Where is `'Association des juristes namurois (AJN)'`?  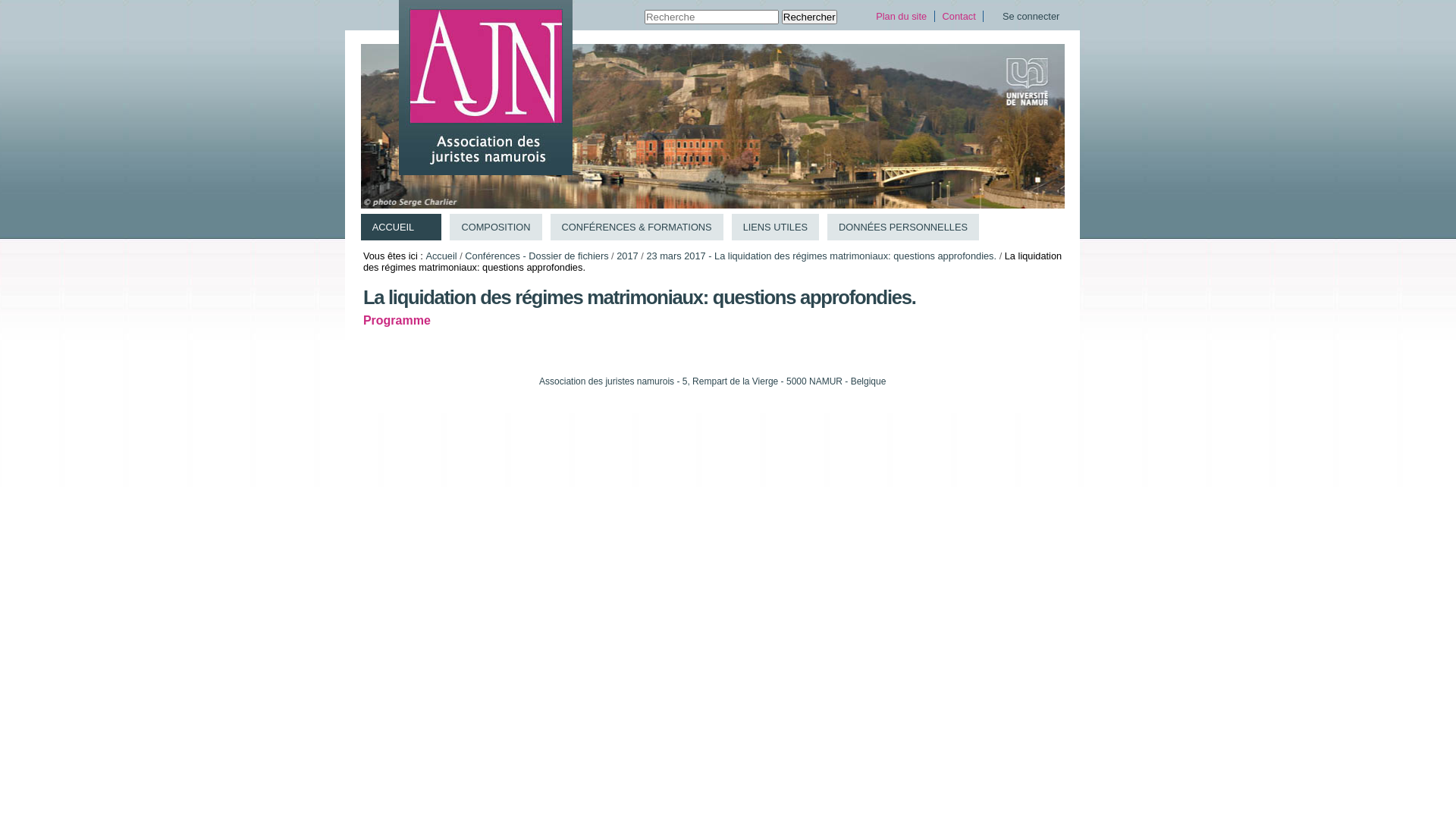
'Association des juristes namurois (AJN)' is located at coordinates (485, 87).